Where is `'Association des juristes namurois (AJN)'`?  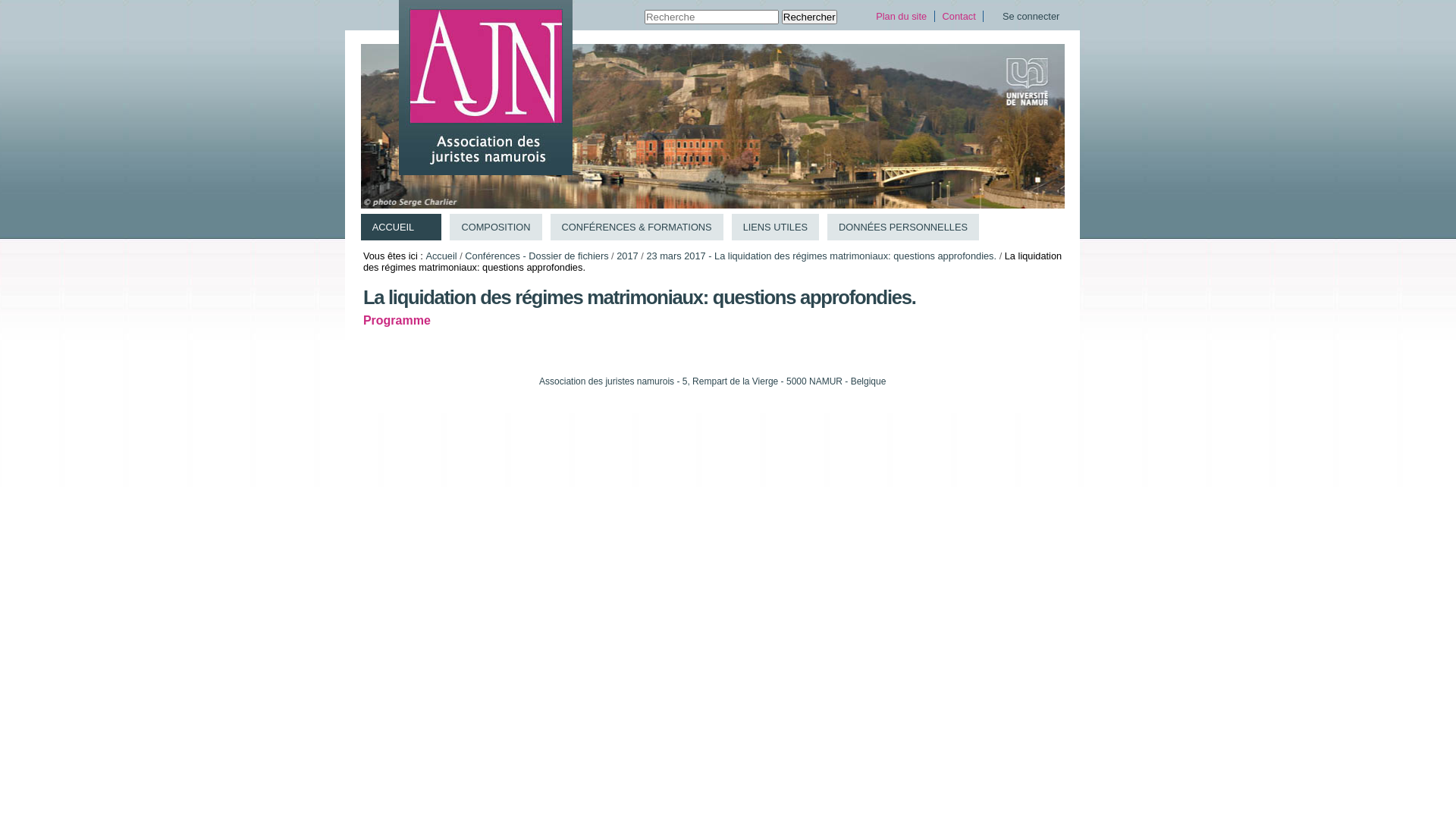
'Association des juristes namurois (AJN)' is located at coordinates (485, 87).